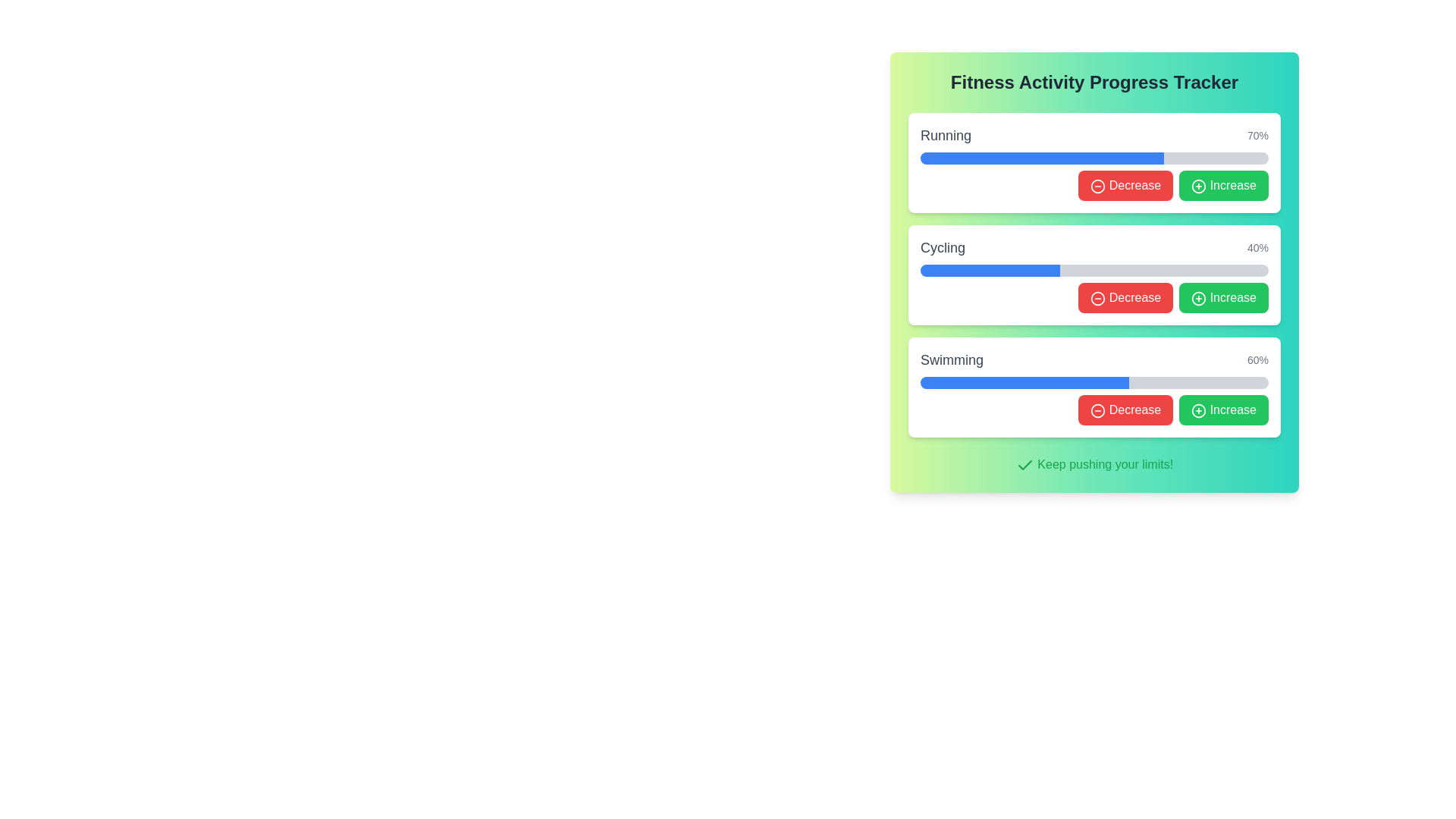 This screenshot has height=819, width=1456. I want to click on text label displaying 'Swimming' which is located at the top-left corner of the third panel in the progress tracker, so click(951, 359).